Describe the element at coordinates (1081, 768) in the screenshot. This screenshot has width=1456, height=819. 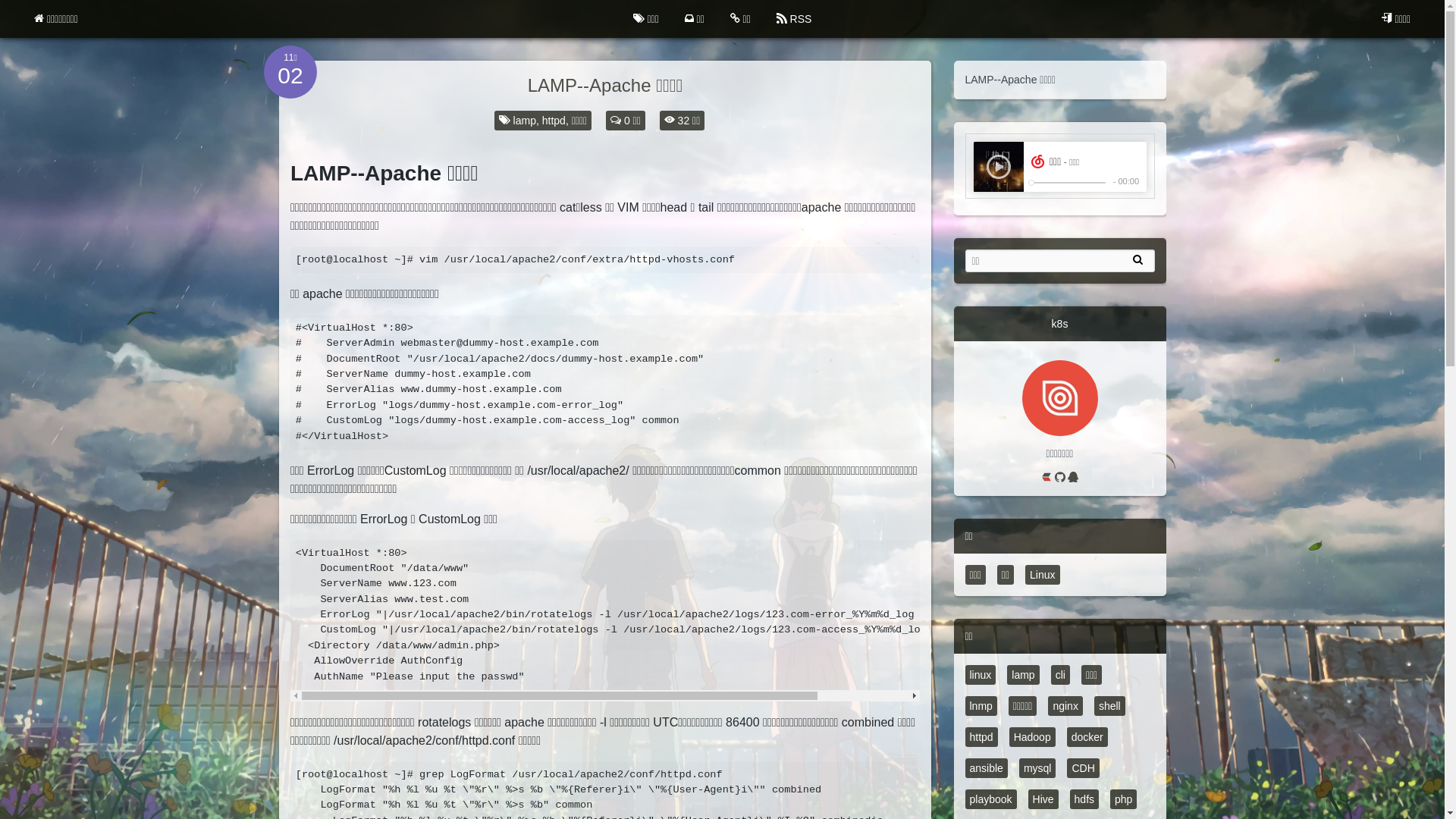
I see `'CDH'` at that location.